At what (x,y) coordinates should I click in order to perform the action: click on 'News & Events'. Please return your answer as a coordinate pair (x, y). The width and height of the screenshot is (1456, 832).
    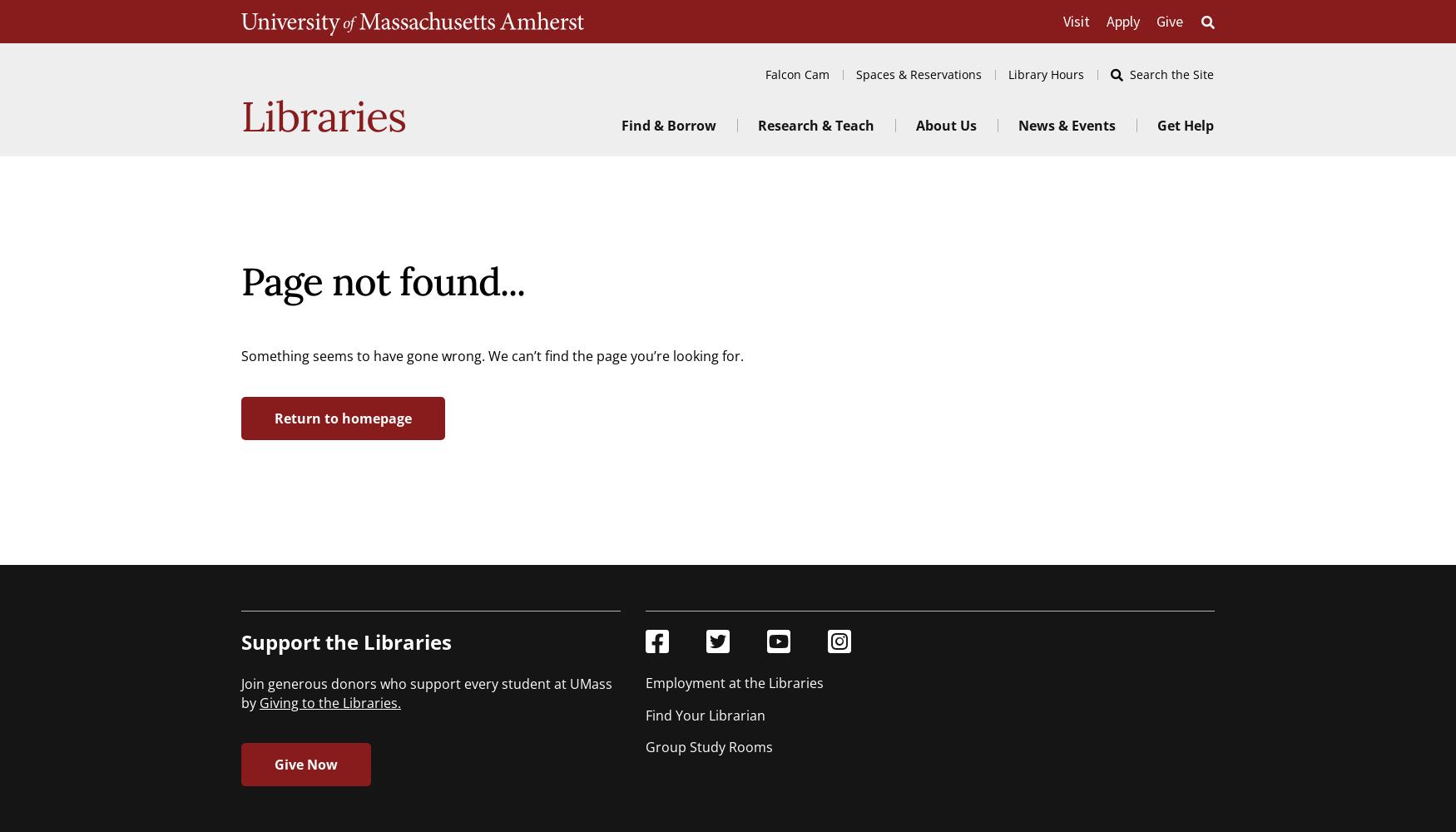
    Looking at the image, I should click on (1018, 125).